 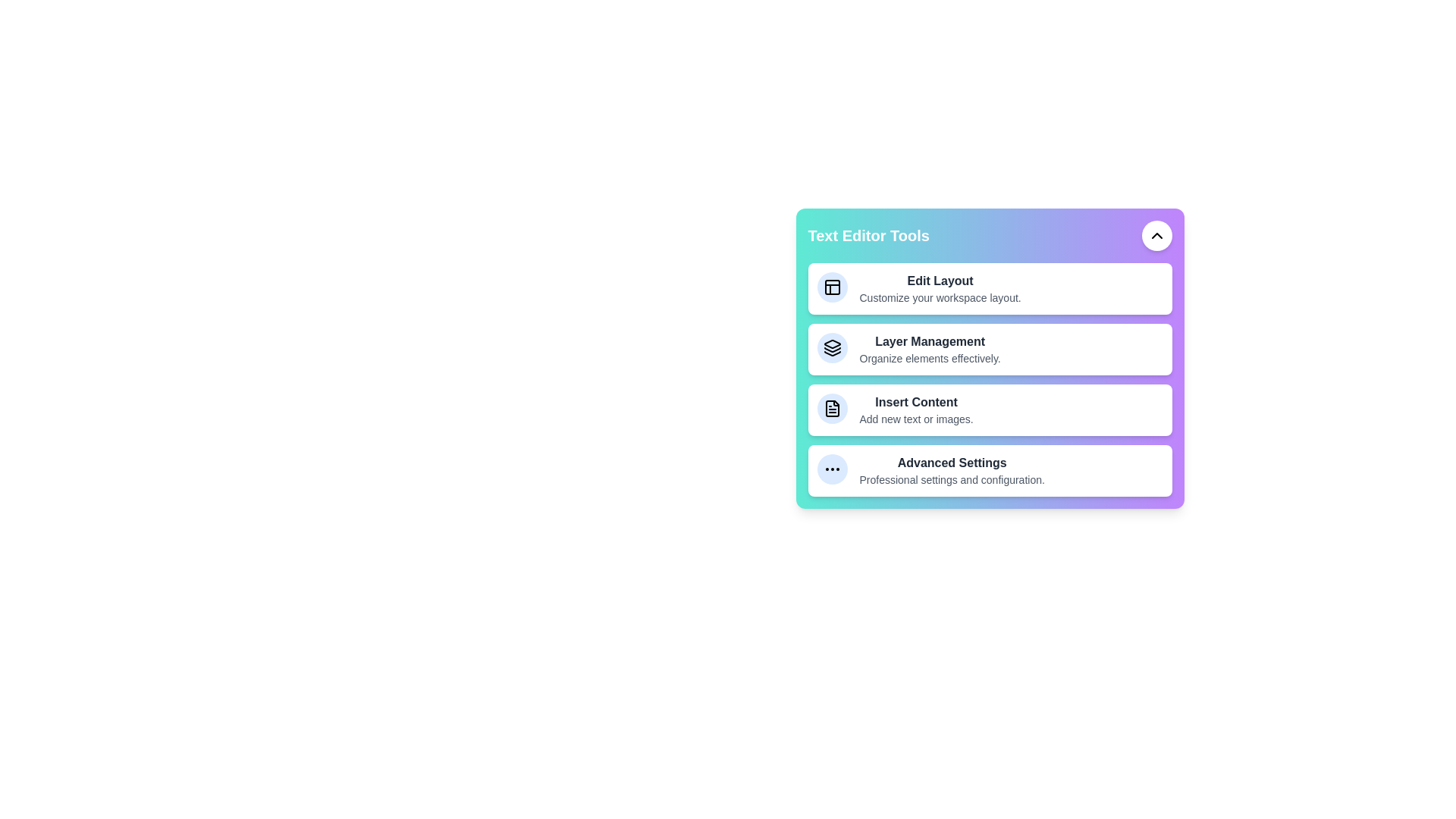 What do you see at coordinates (831, 287) in the screenshot?
I see `the tool icon corresponding to Edit Layout` at bounding box center [831, 287].